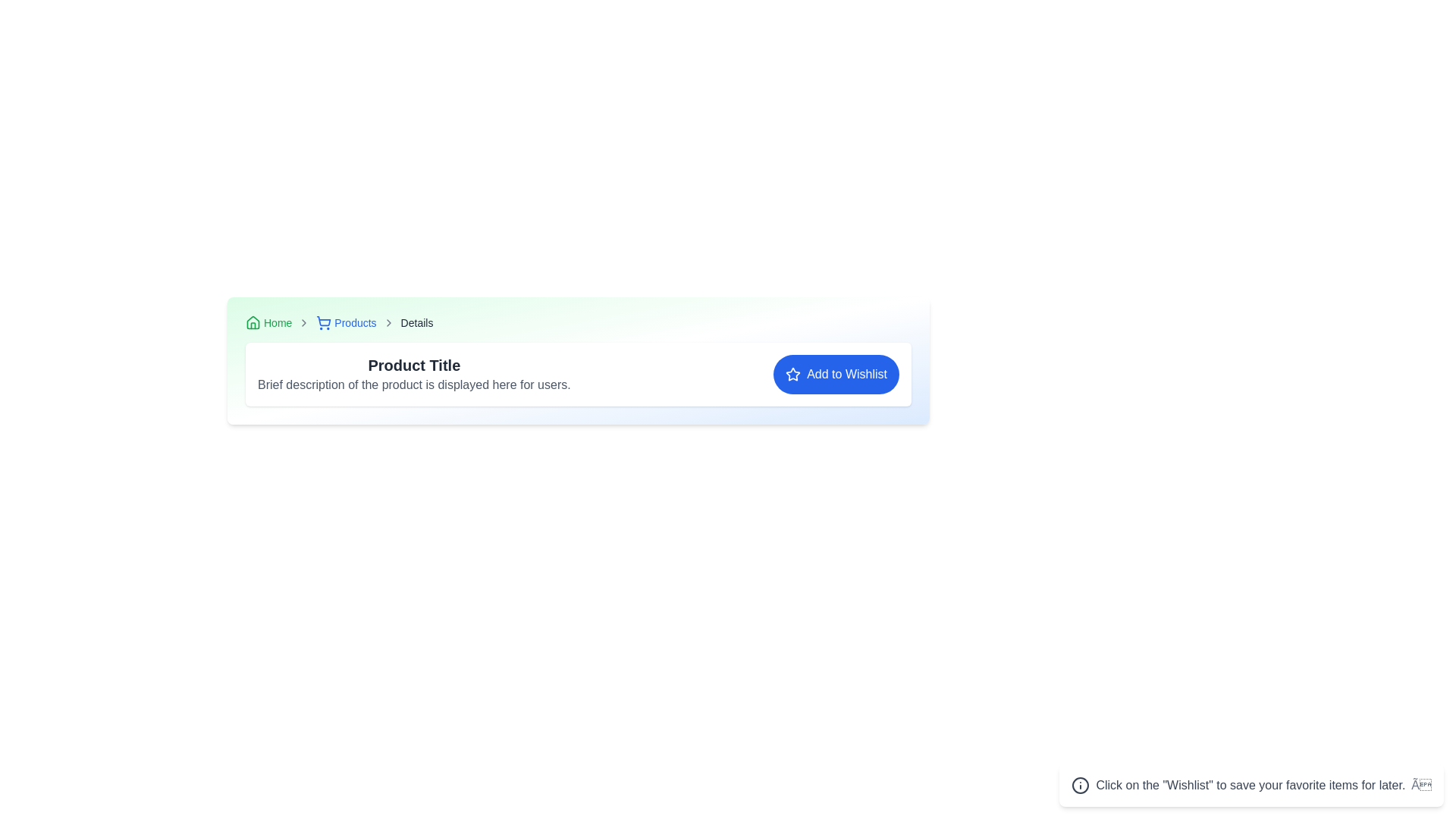 The image size is (1456, 819). I want to click on the star icon with a blue outline located to the left of the 'Add to Wishlist' text in the button to initiate the 'add to wishlist' action, so click(792, 374).